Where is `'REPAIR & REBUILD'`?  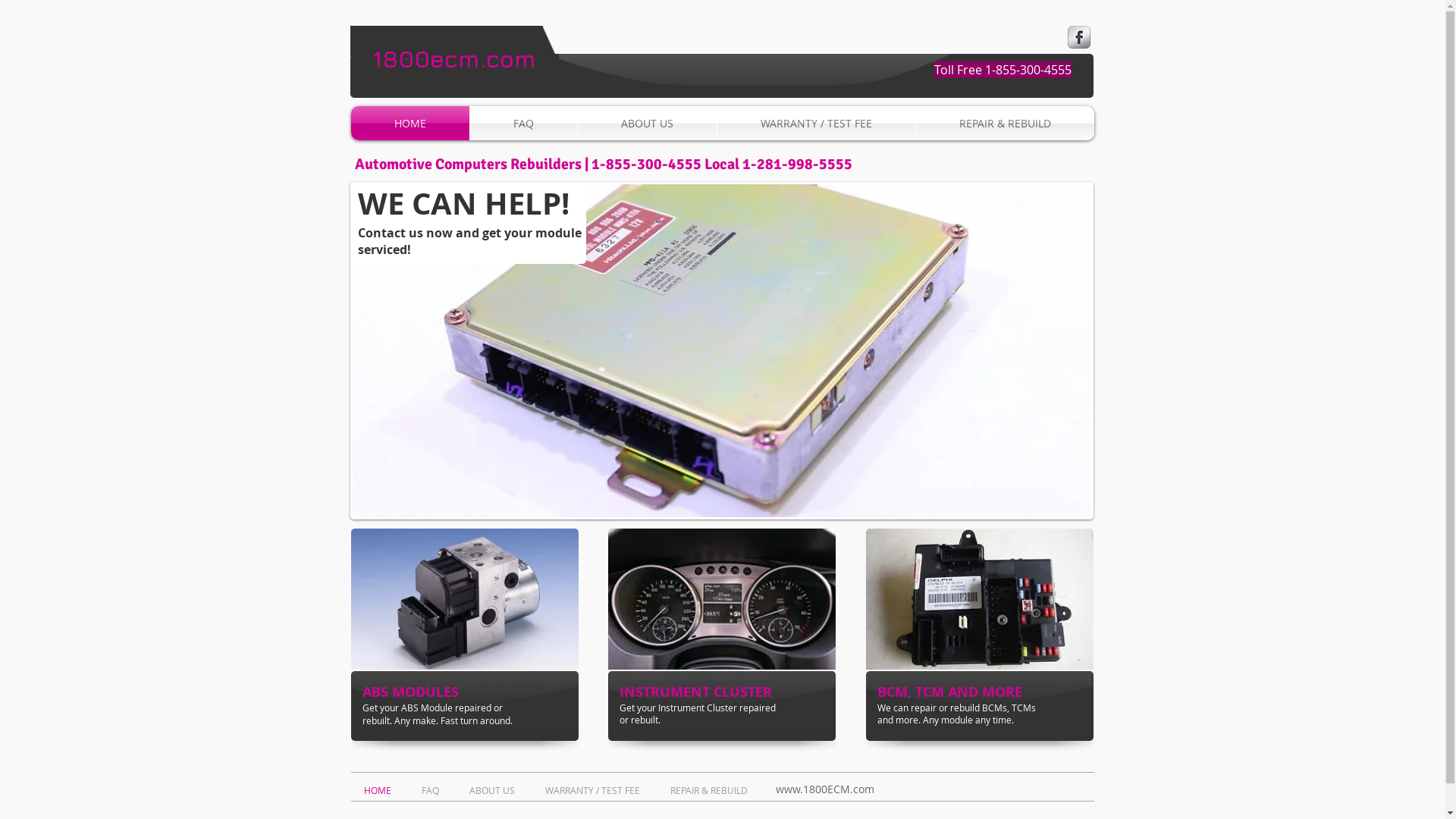
'REPAIR & REBUILD' is located at coordinates (711, 788).